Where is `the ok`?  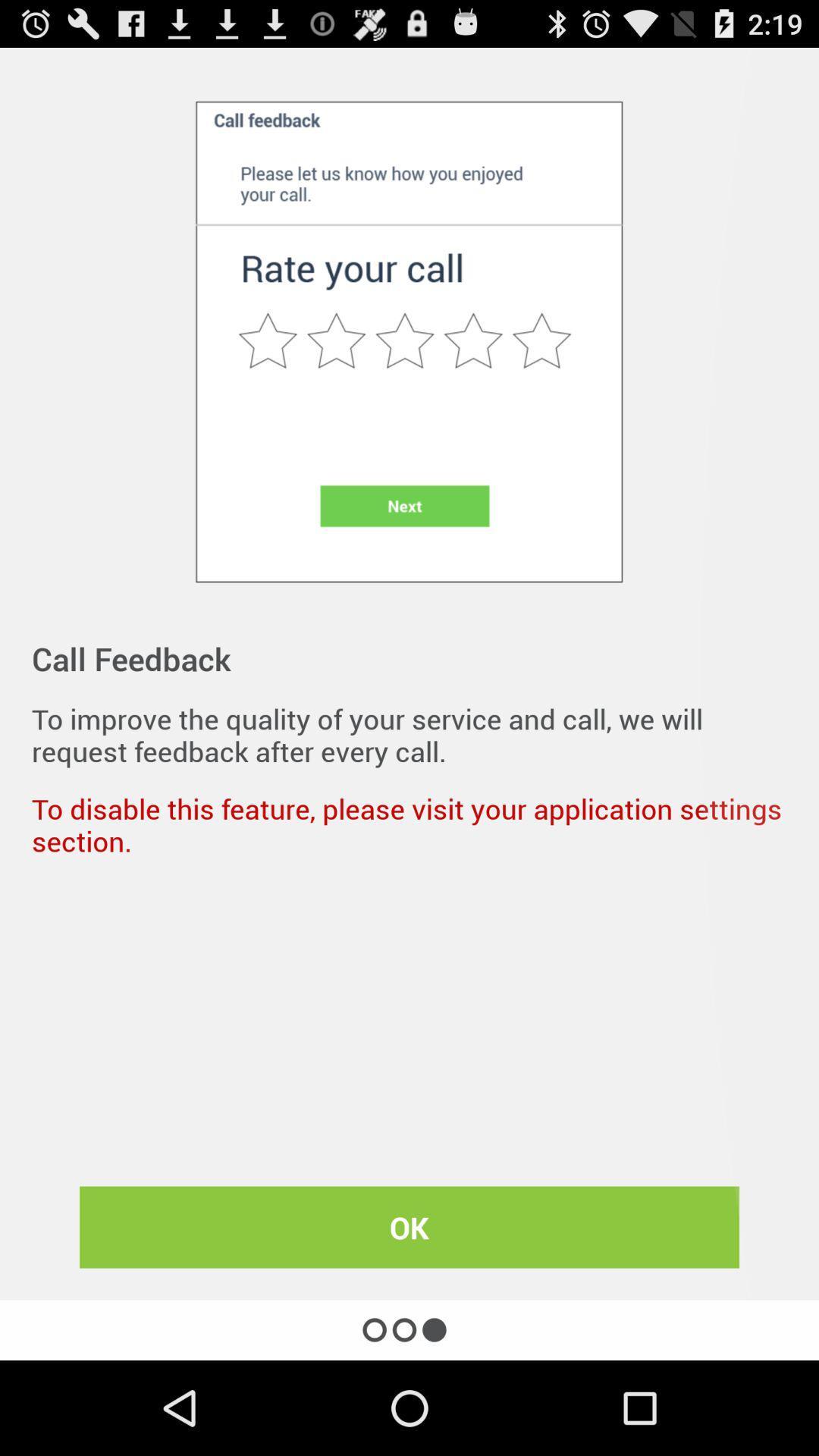 the ok is located at coordinates (409, 1227).